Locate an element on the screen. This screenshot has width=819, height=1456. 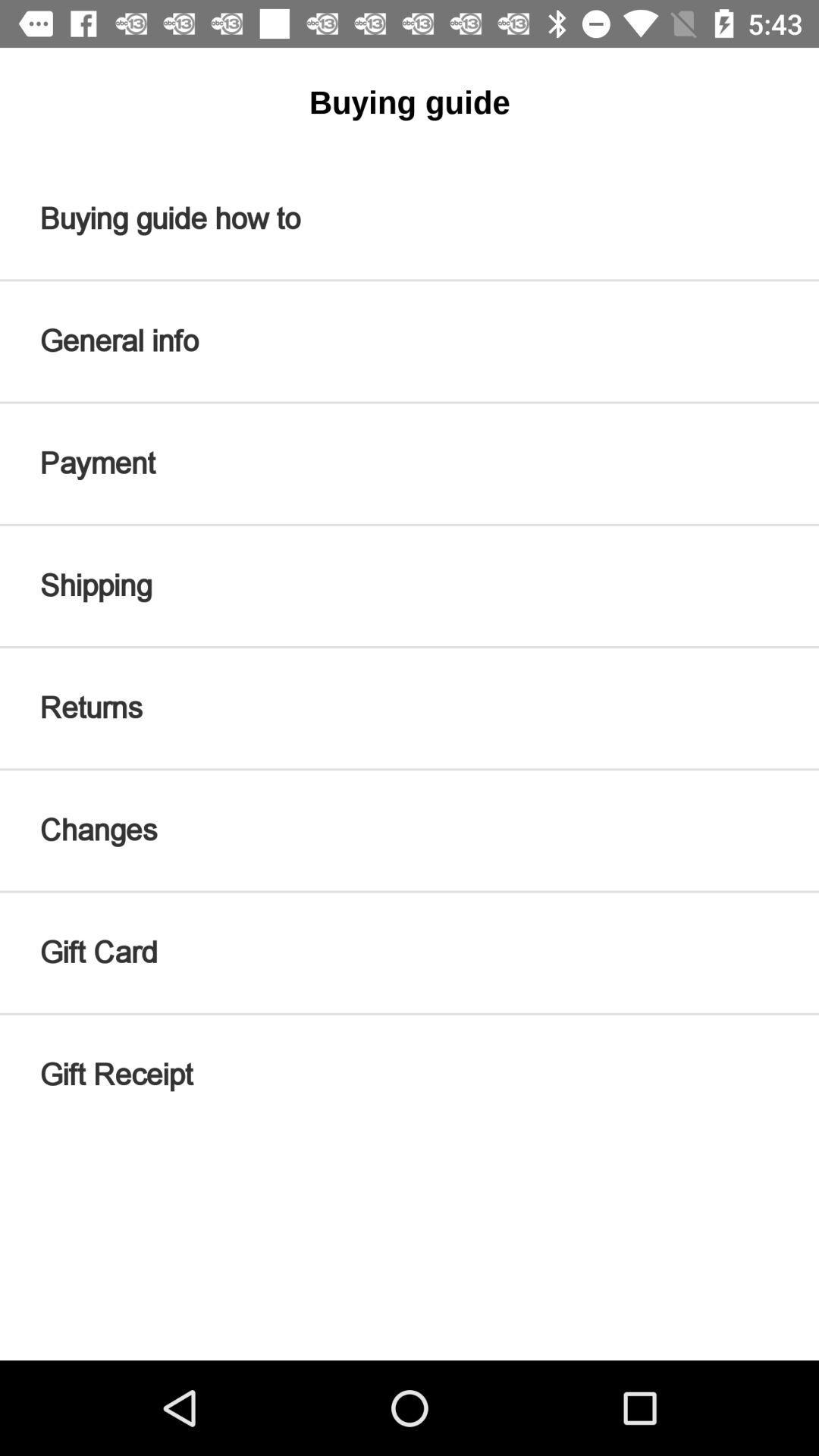
the gift card item is located at coordinates (409, 952).